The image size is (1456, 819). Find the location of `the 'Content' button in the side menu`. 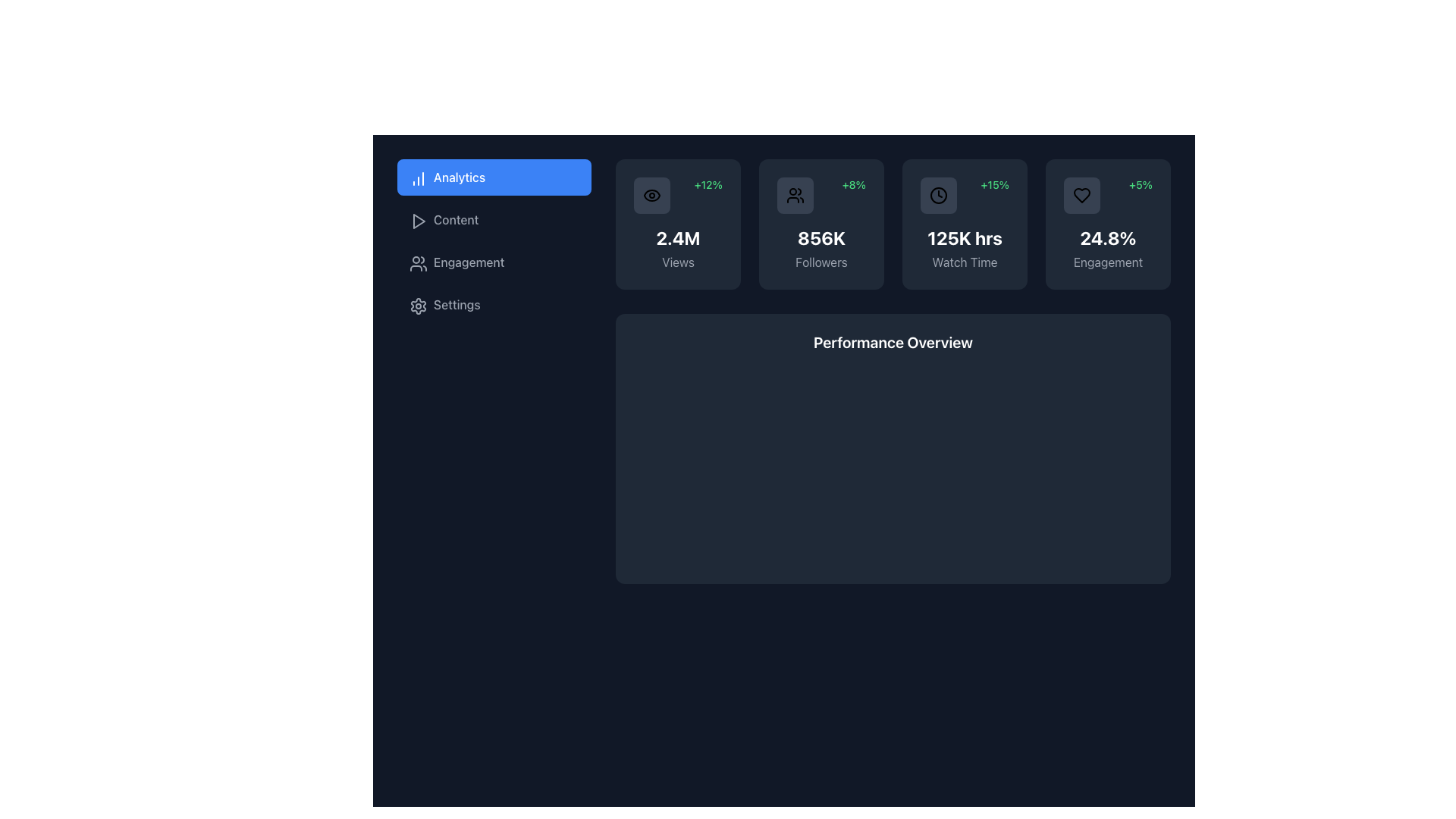

the 'Content' button in the side menu is located at coordinates (494, 219).